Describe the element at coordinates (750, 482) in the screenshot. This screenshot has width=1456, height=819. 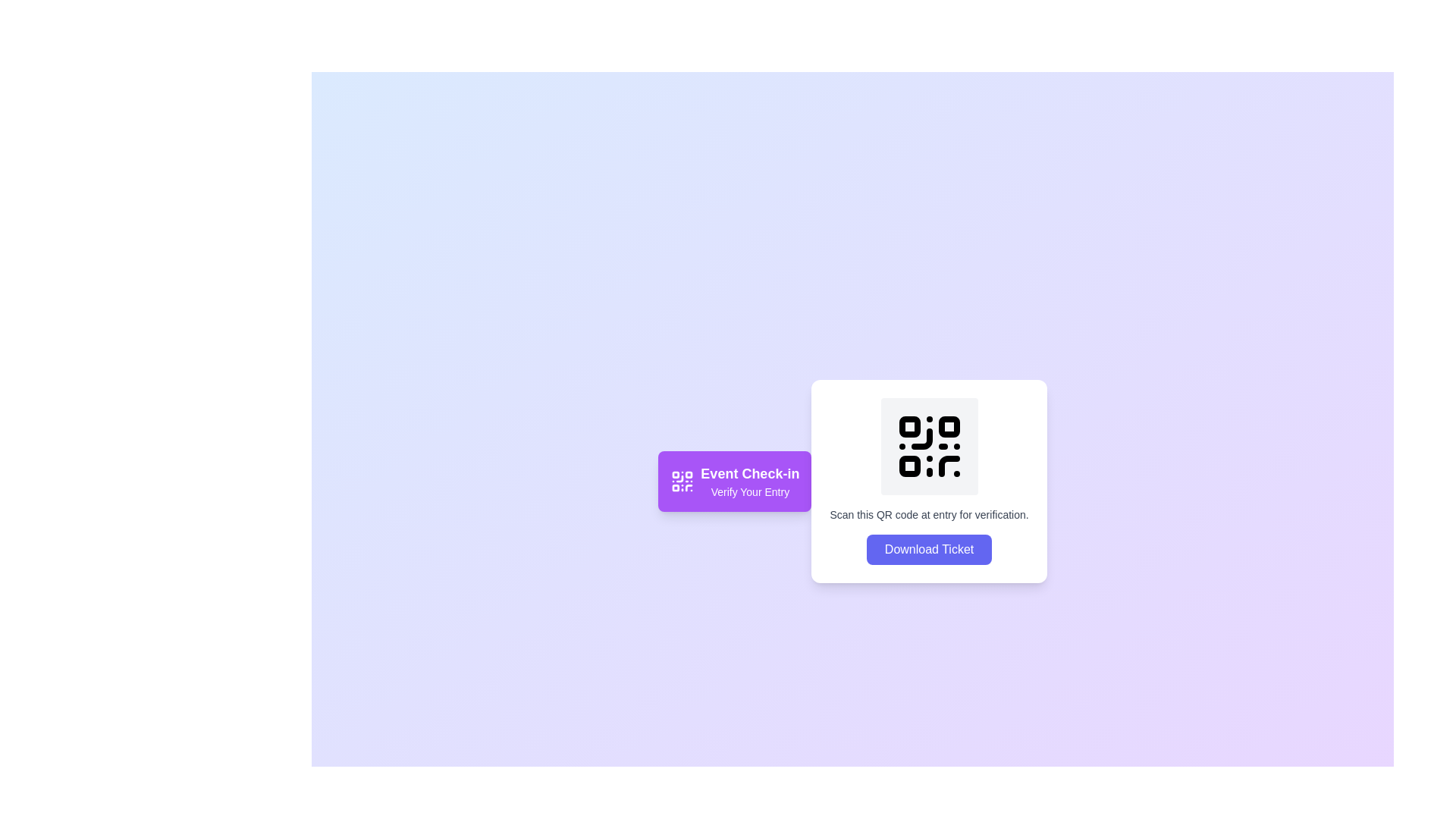
I see `the 'Event Check-in' text label located within a purple rectangular button on the left side of the interface, which contains the text 'Verify Your Entry' below it` at that location.